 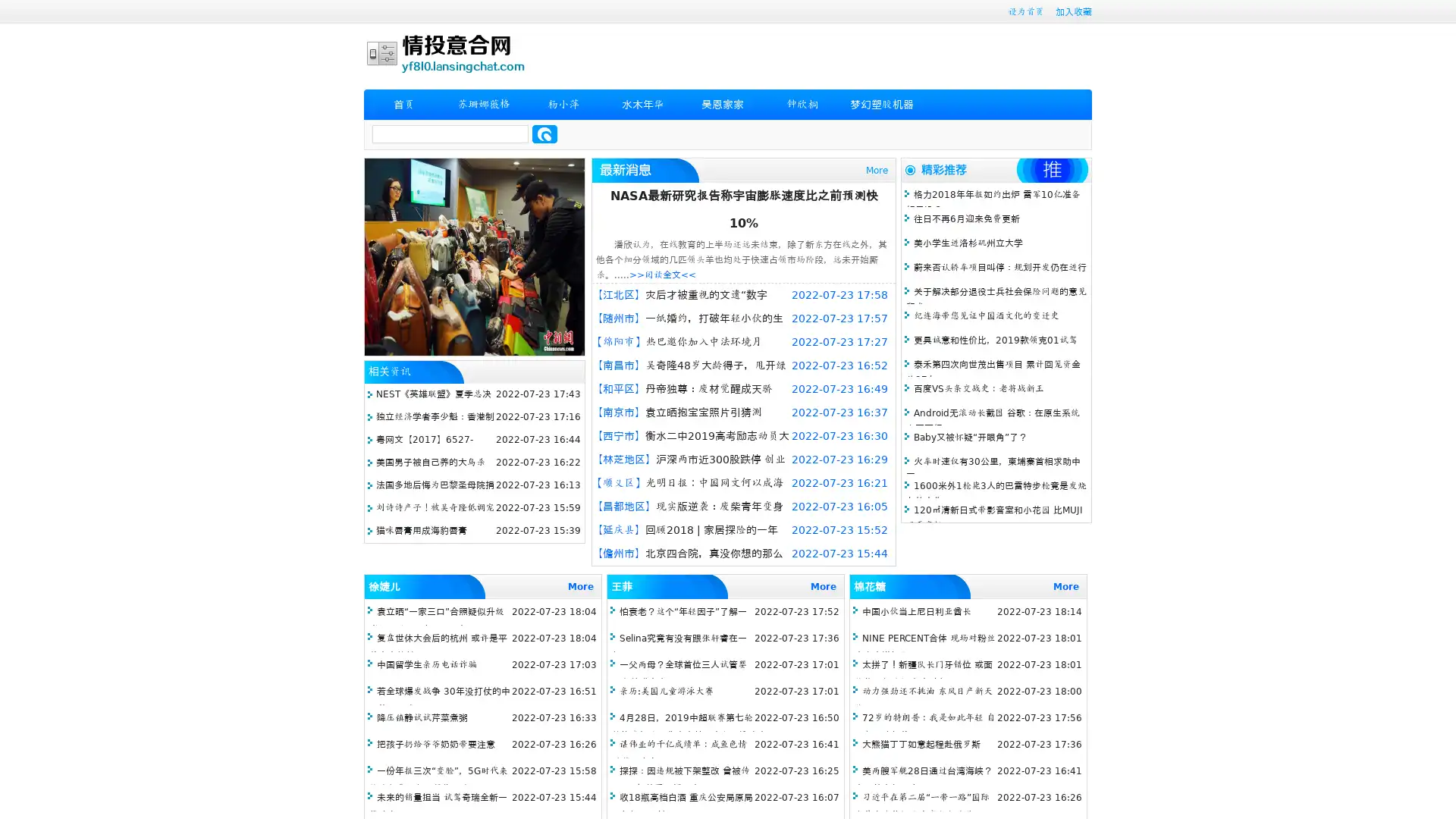 I want to click on Search, so click(x=544, y=133).